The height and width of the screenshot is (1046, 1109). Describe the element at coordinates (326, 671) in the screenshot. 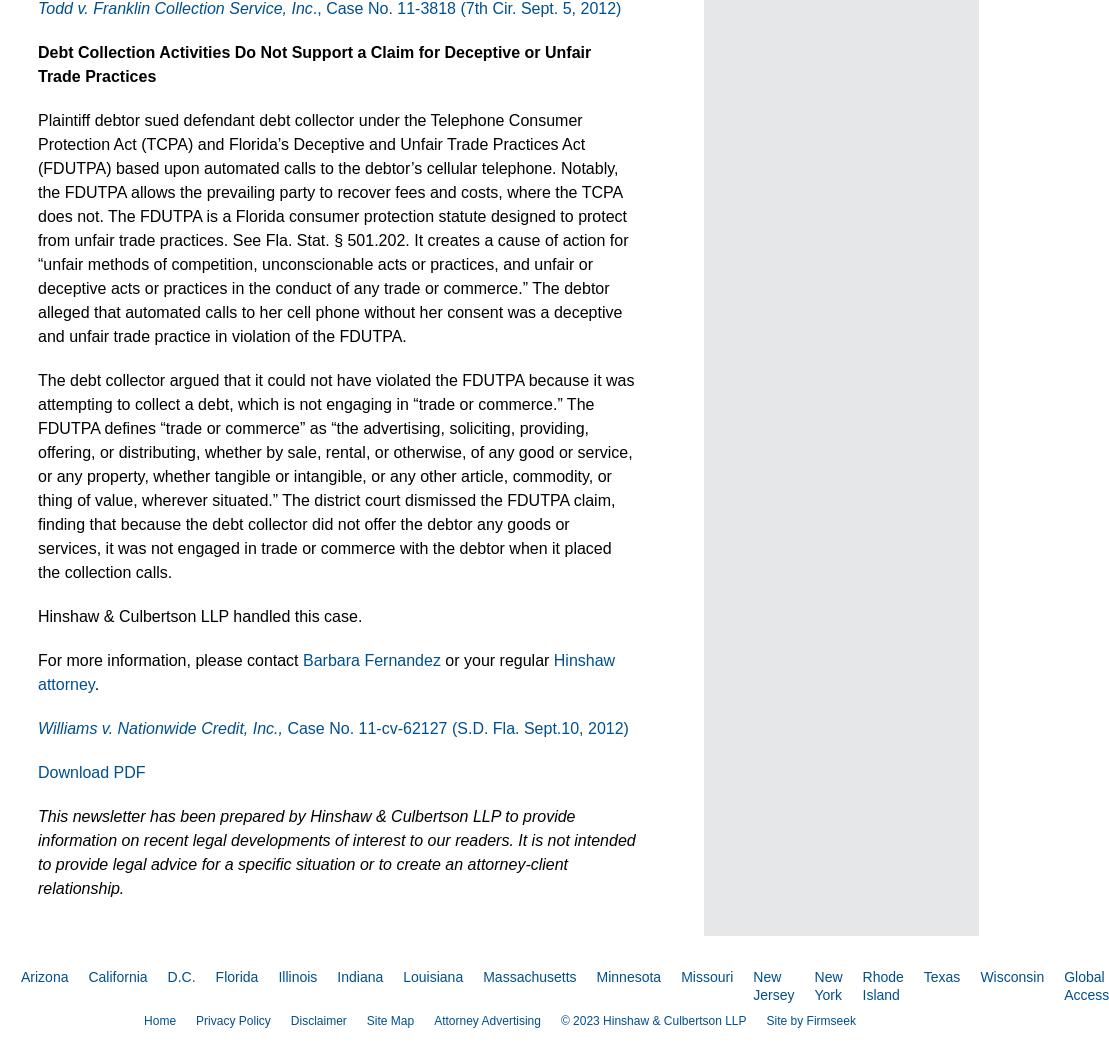

I see `'Hinshaw attorney'` at that location.